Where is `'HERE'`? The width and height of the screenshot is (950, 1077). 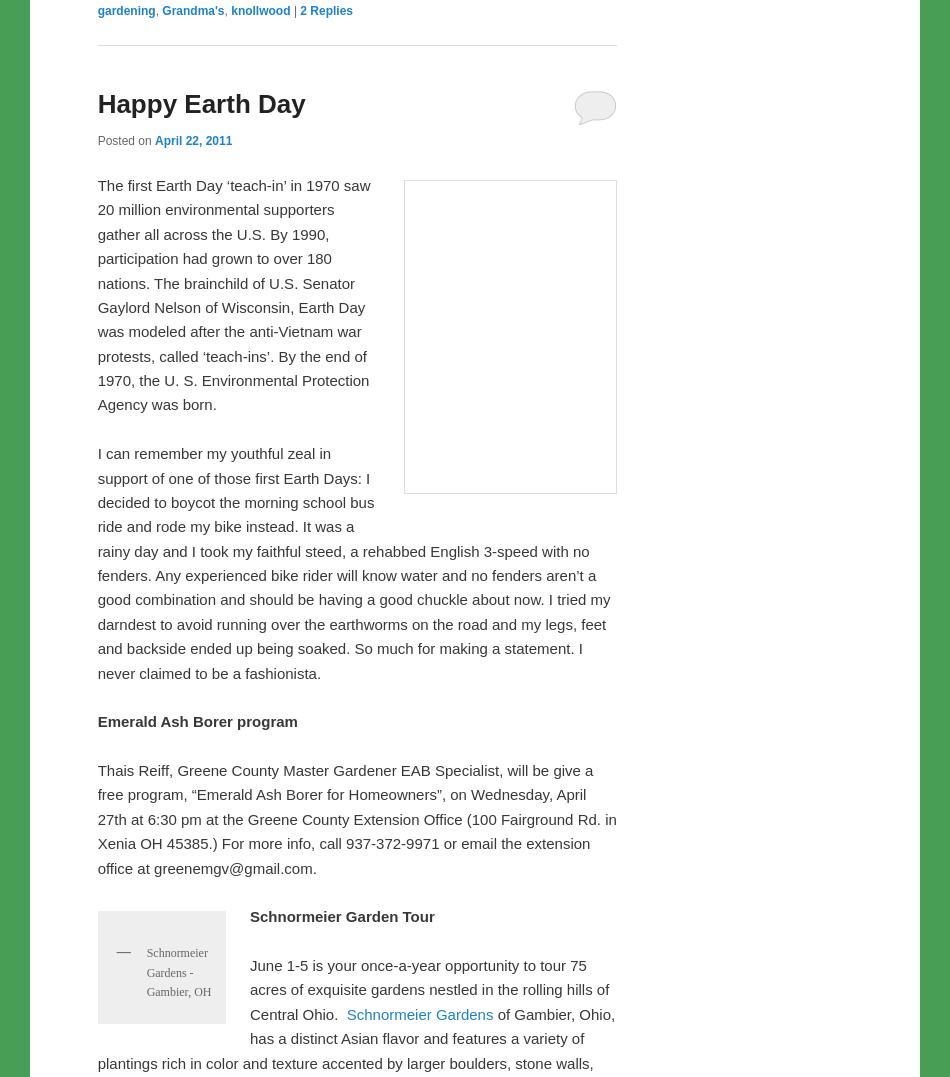
'HERE' is located at coordinates (176, 133).